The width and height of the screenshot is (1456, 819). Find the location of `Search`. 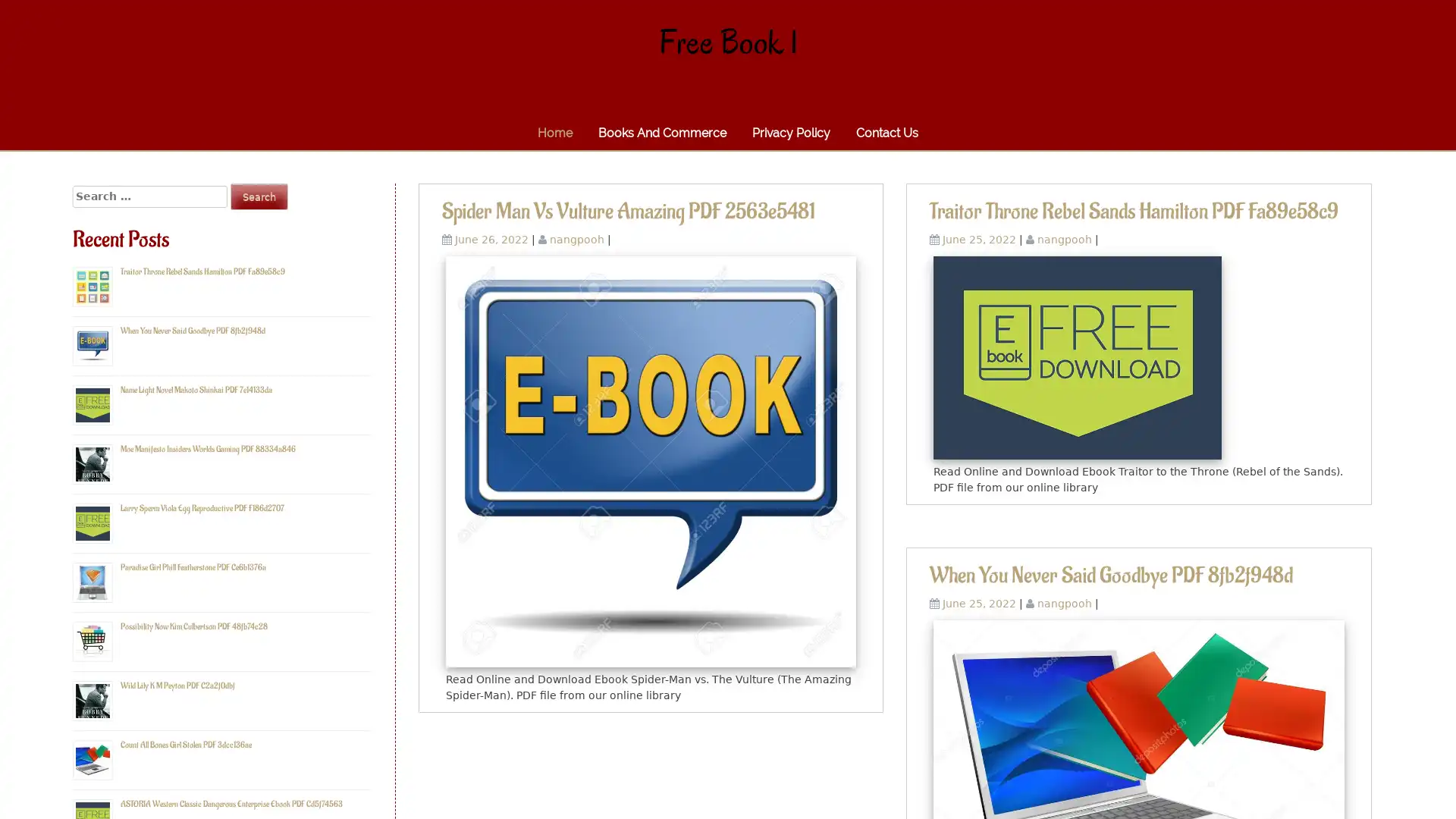

Search is located at coordinates (259, 196).